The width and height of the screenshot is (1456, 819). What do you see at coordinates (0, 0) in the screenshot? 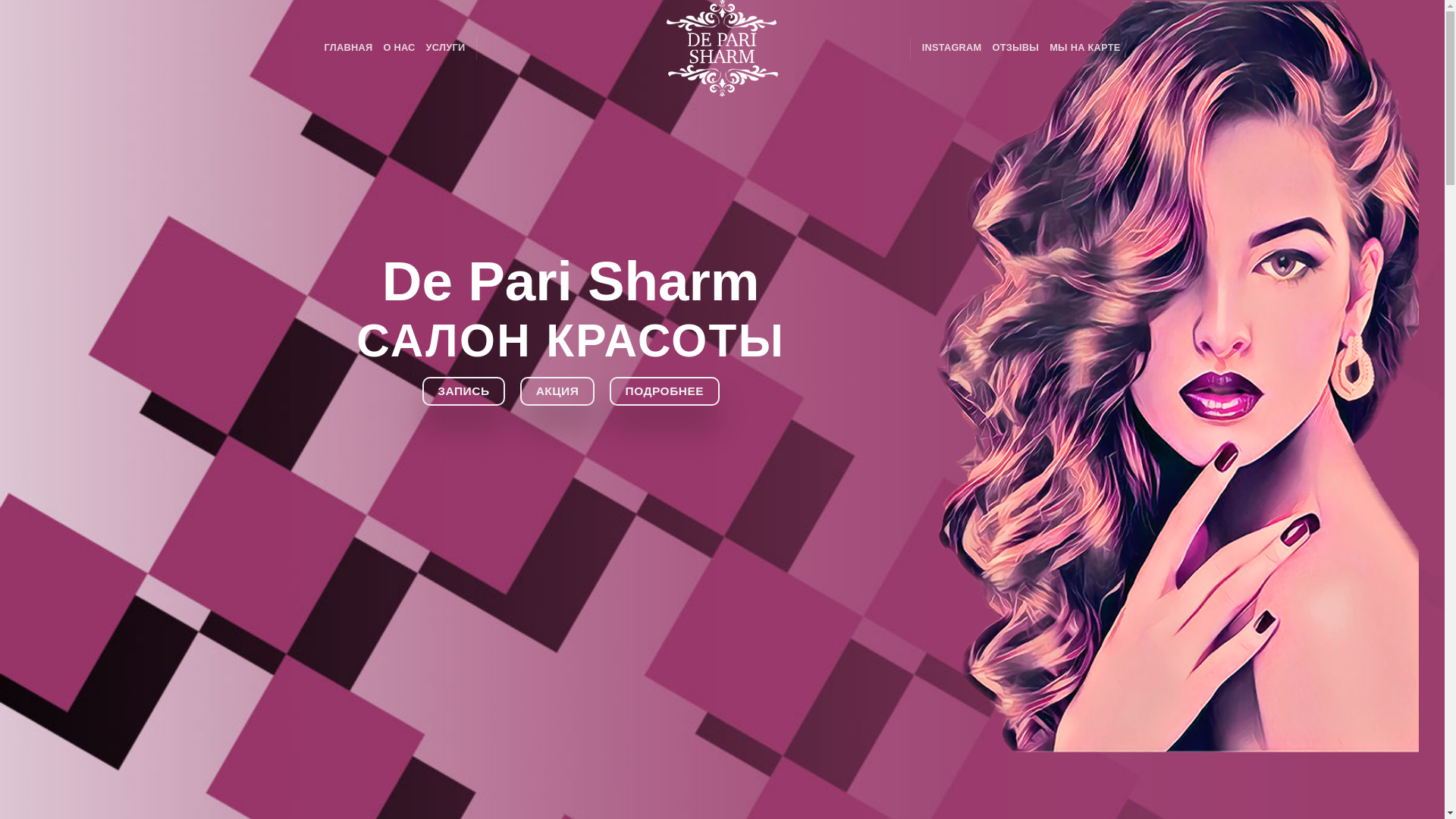
I see `'Skip to content'` at bounding box center [0, 0].